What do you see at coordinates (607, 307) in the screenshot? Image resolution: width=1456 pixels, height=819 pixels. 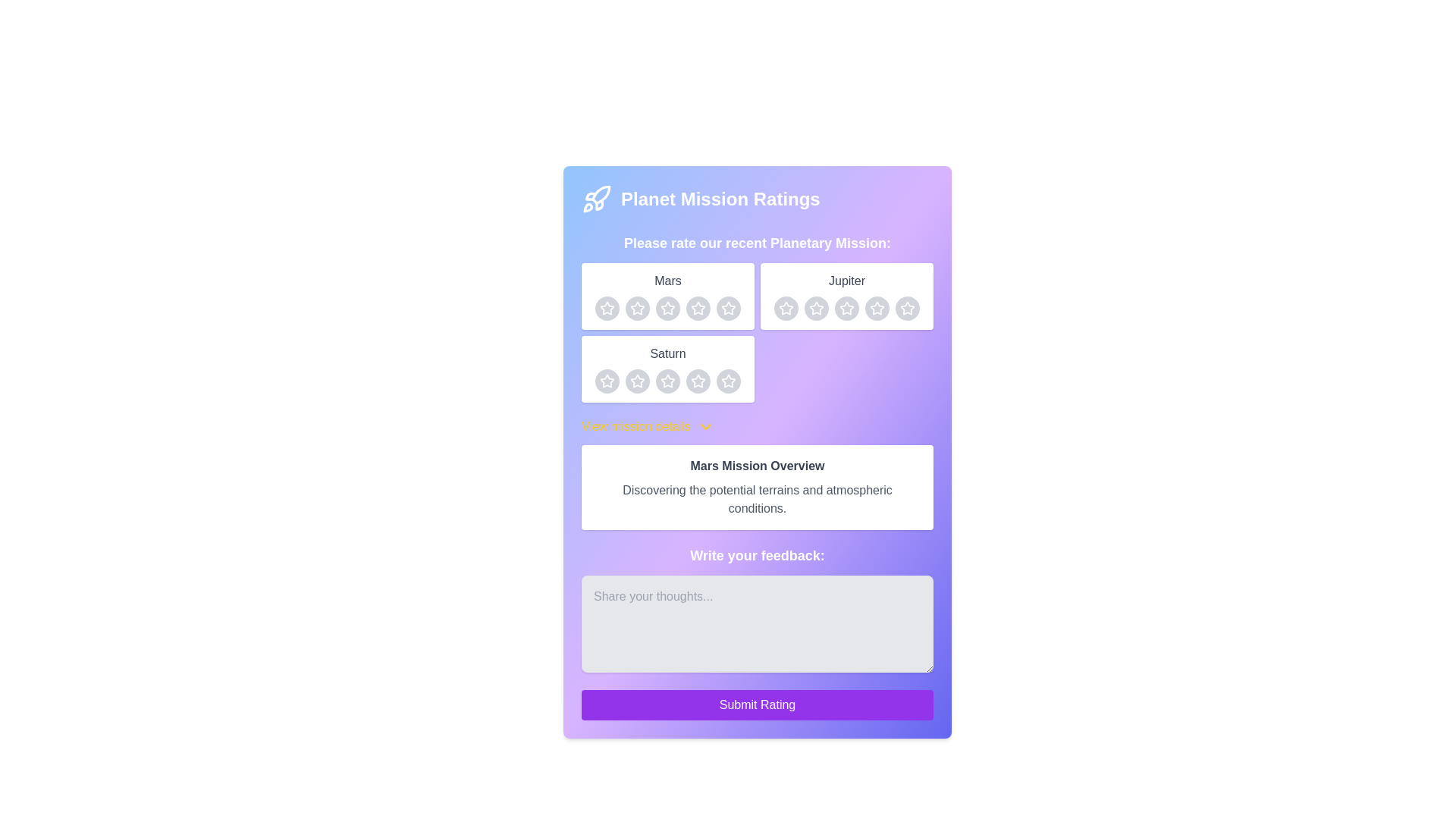 I see `the first star rating icon for the 'Mars' mission, which is located in the top left corner of the rating grid` at bounding box center [607, 307].